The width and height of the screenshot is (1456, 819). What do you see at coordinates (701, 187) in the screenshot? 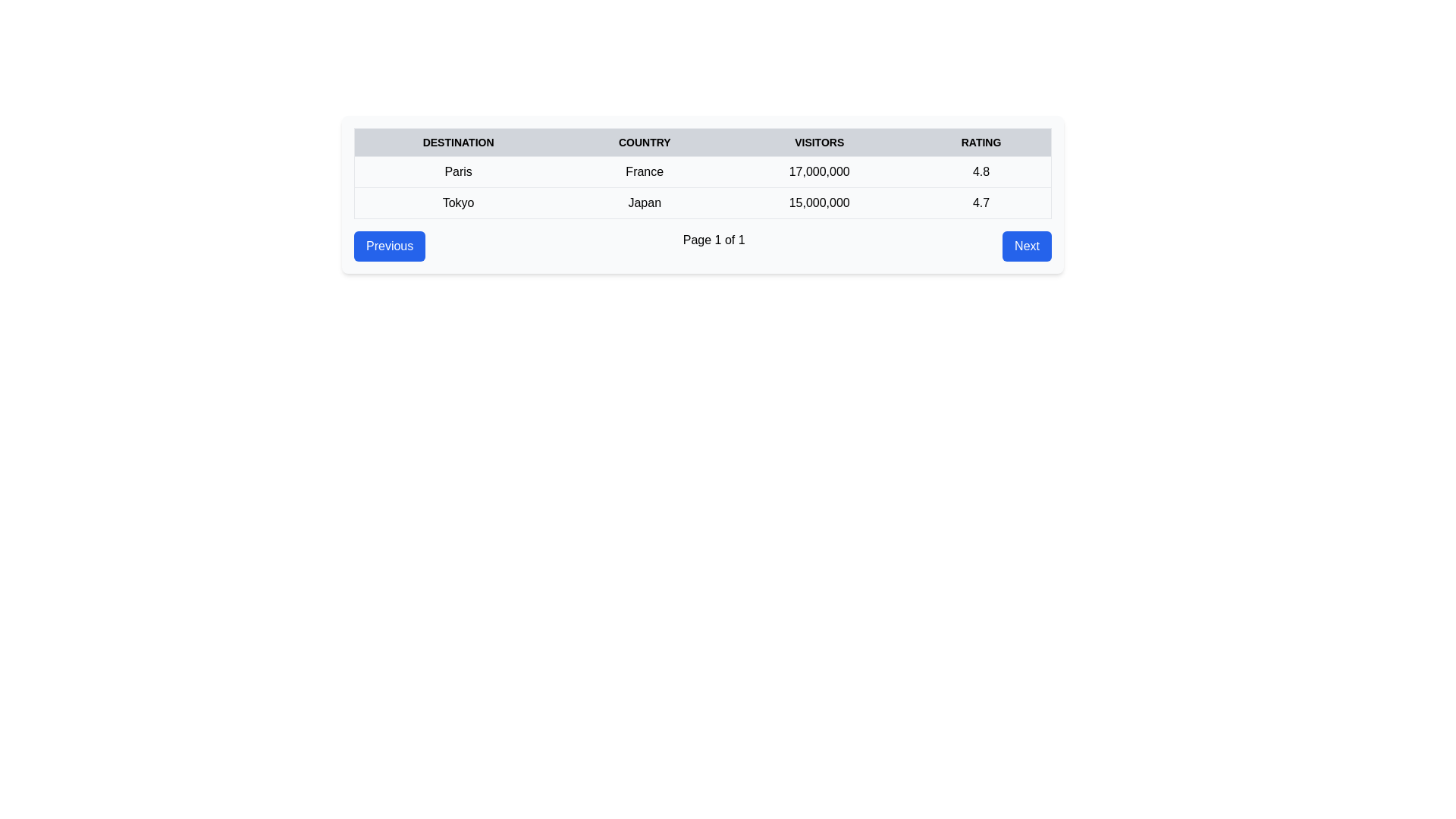
I see `the table rows displaying destinations such as 'Paris, France' and 'Tokyo, Japan', which are located in the lower two rows of the table` at bounding box center [701, 187].